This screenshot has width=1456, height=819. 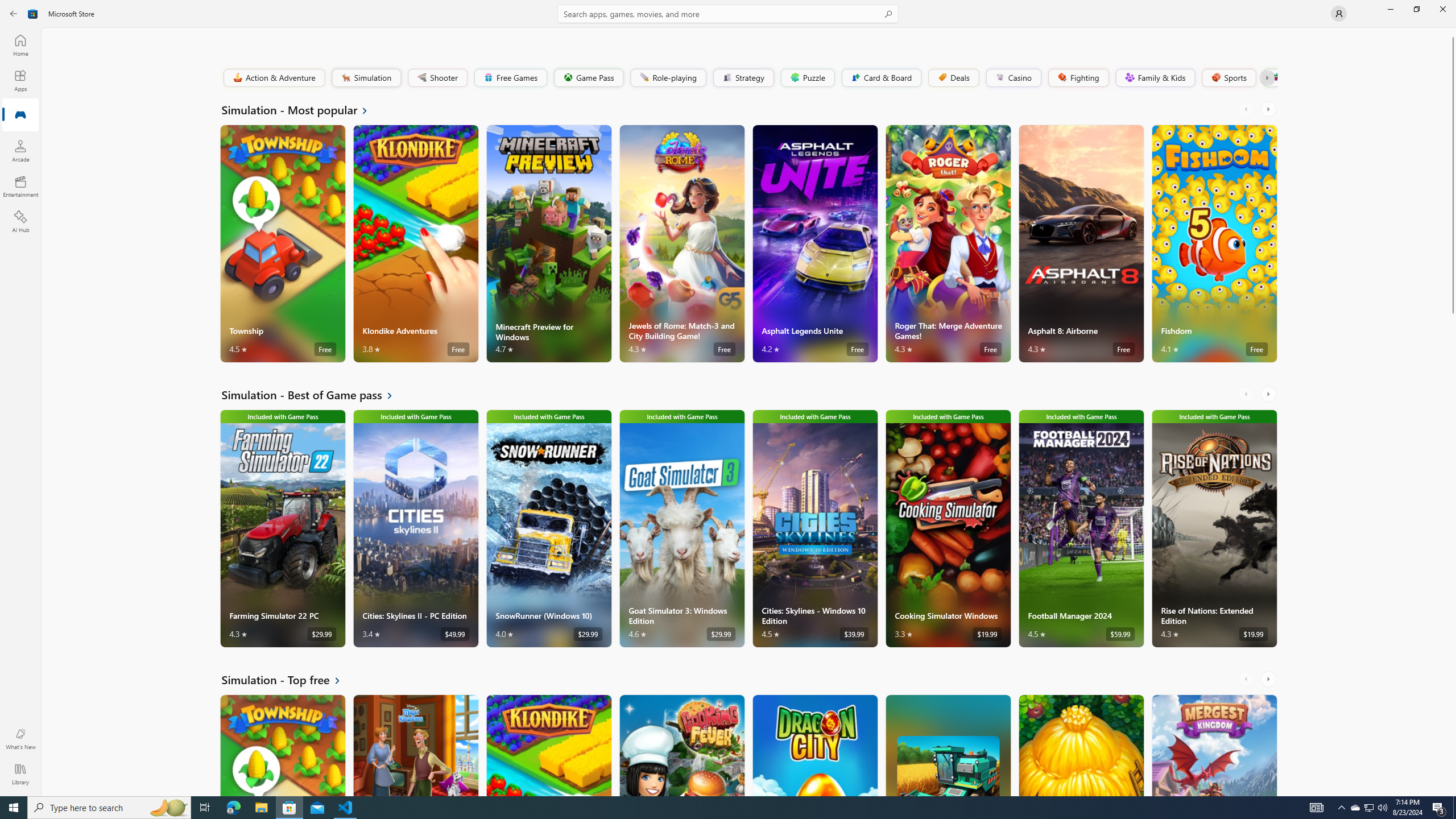 I want to click on 'Home', so click(x=19, y=44).